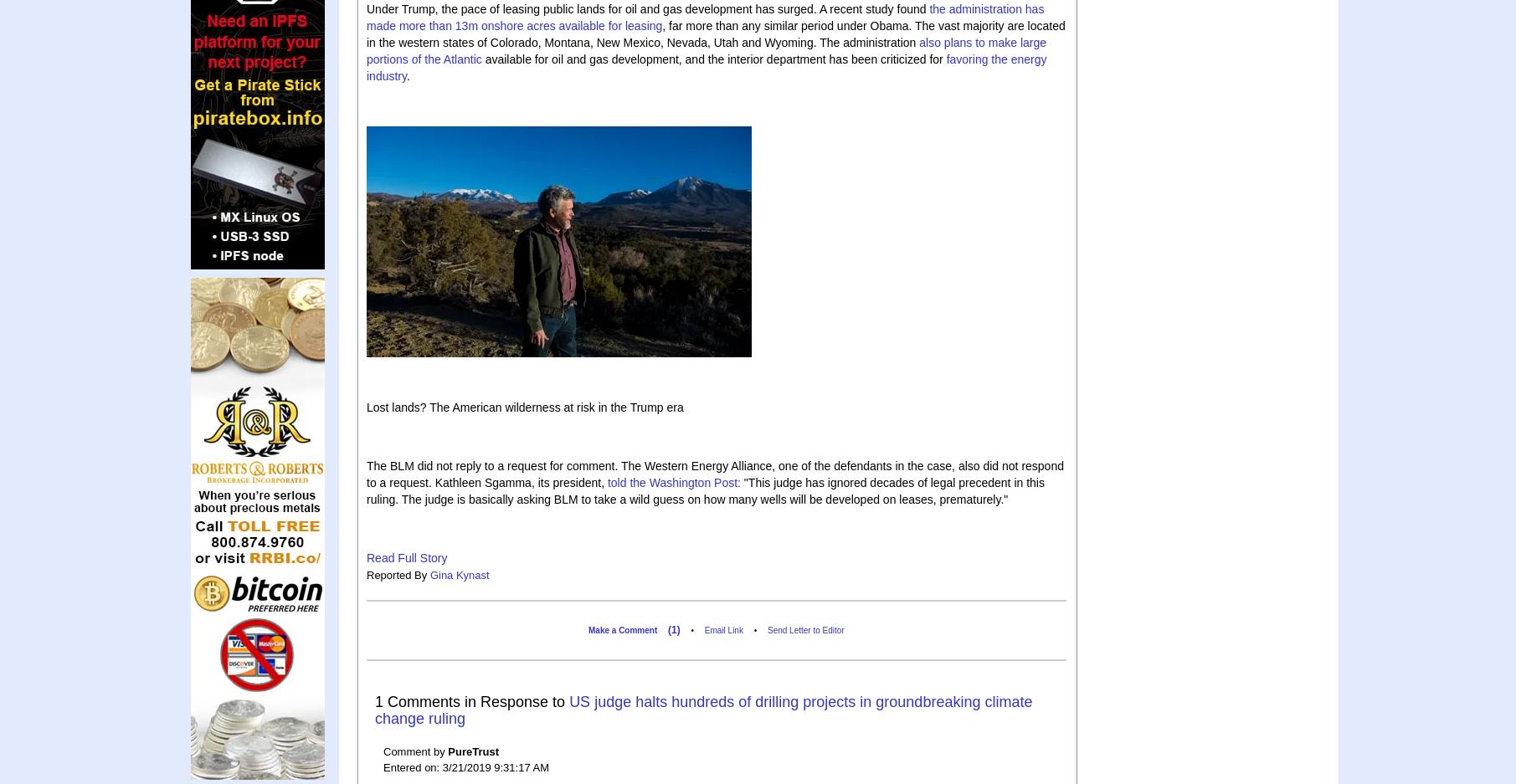 The image size is (1516, 784). Describe the element at coordinates (367, 574) in the screenshot. I see `'Reported By'` at that location.